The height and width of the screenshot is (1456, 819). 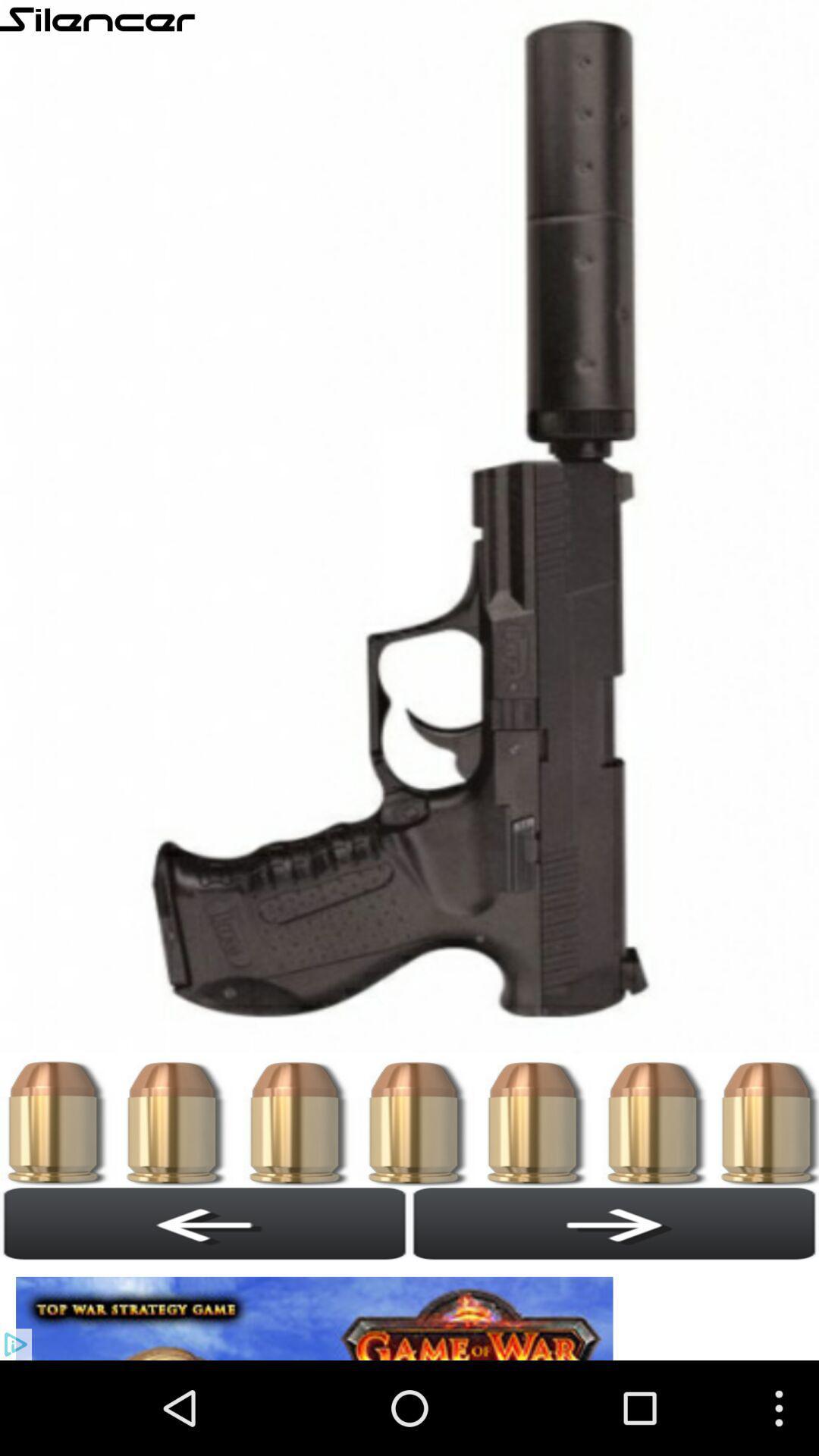 I want to click on next, so click(x=614, y=1223).